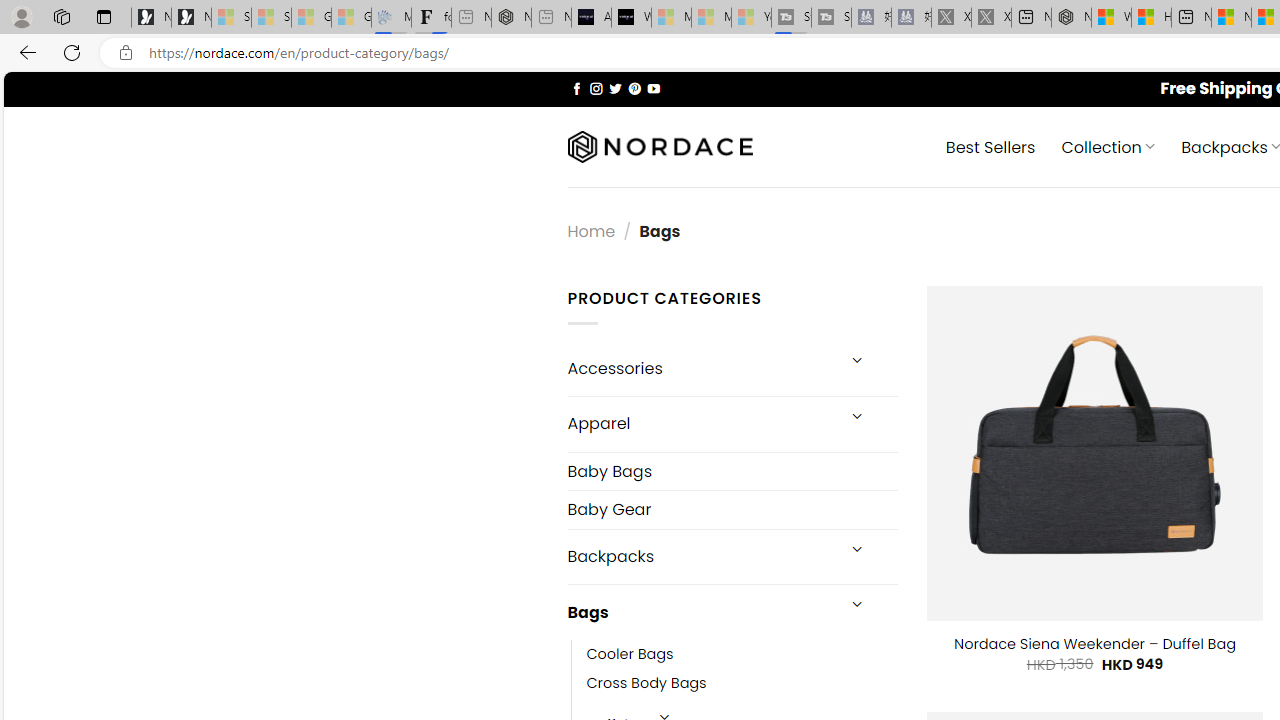  I want to click on 'Follow on YouTube', so click(653, 87).